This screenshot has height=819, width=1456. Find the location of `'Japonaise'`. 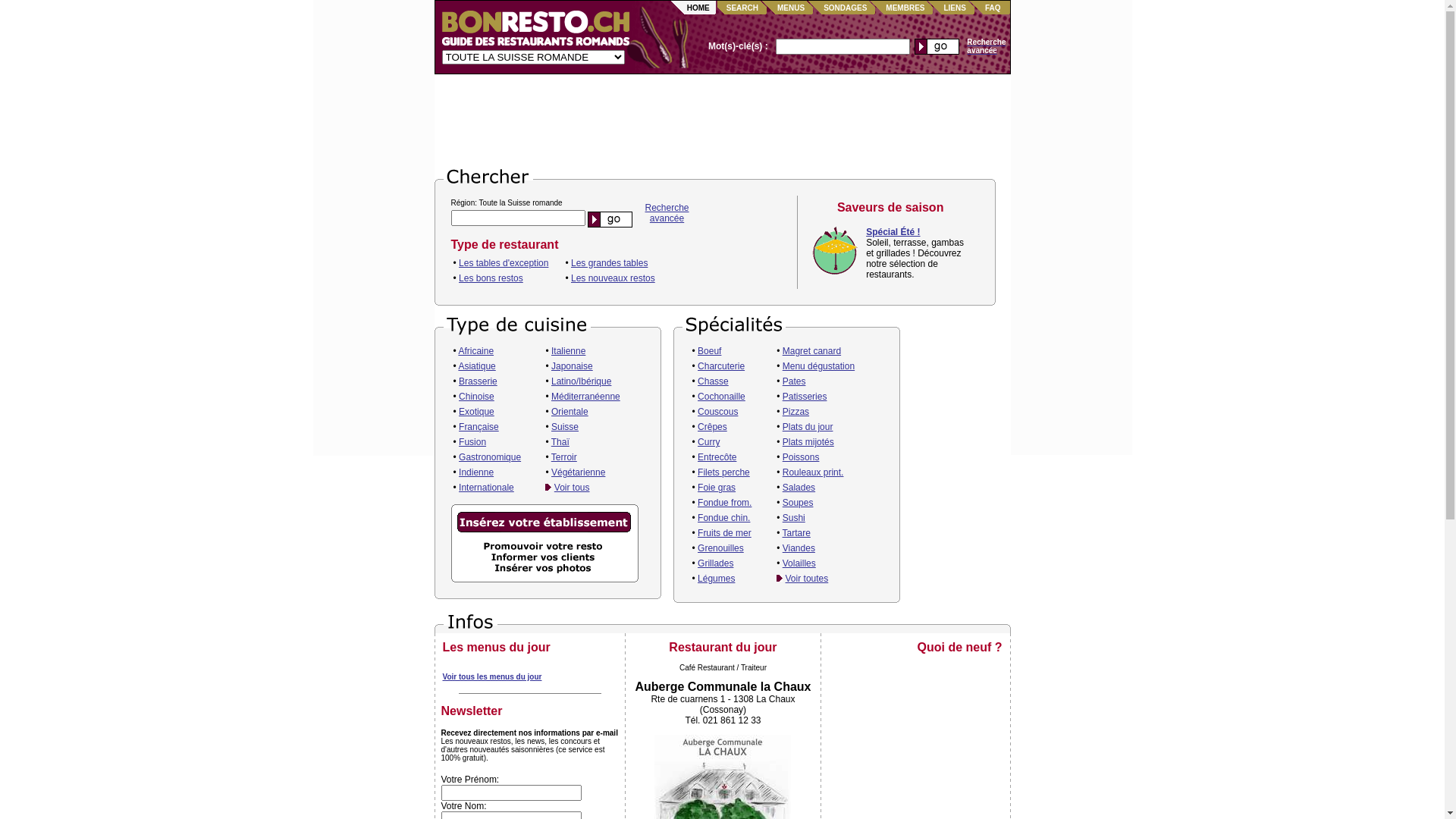

'Japonaise' is located at coordinates (550, 366).